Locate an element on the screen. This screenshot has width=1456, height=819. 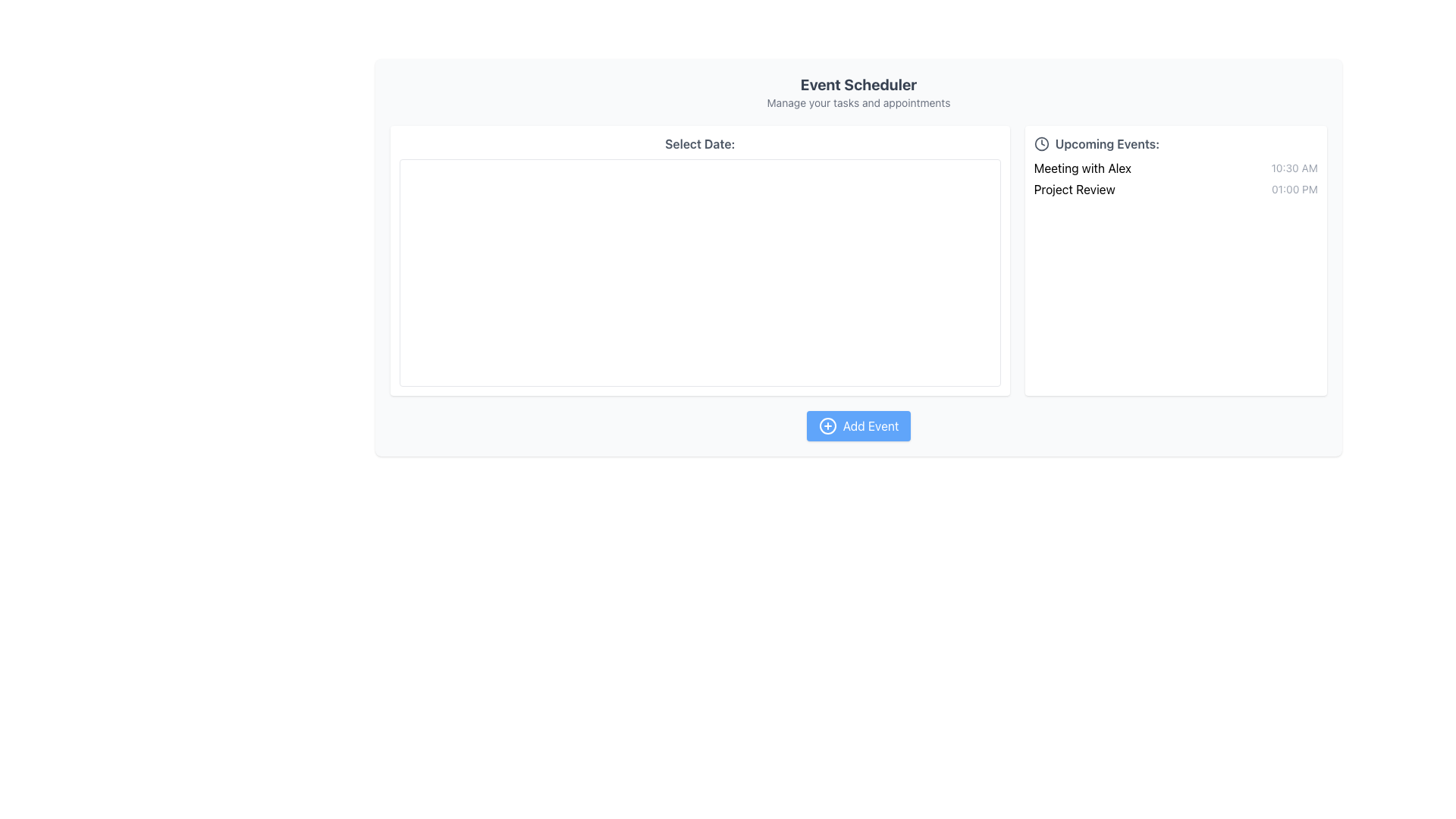
the Label providing a descriptive subtitle for the 'Event Scheduler' application, located below the main heading and centered horizontally is located at coordinates (858, 102).